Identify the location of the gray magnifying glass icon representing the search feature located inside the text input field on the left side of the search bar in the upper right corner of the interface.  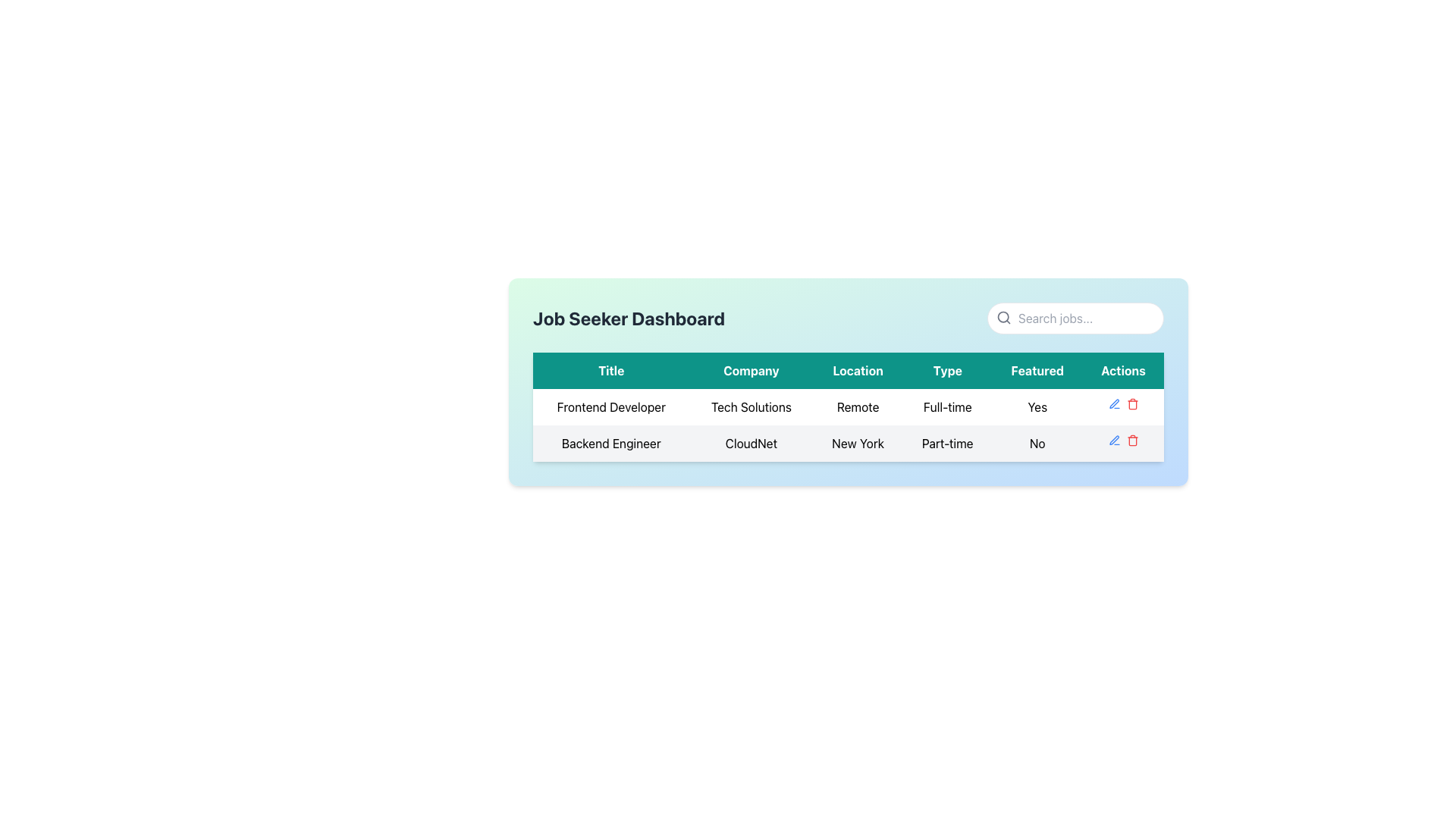
(1004, 317).